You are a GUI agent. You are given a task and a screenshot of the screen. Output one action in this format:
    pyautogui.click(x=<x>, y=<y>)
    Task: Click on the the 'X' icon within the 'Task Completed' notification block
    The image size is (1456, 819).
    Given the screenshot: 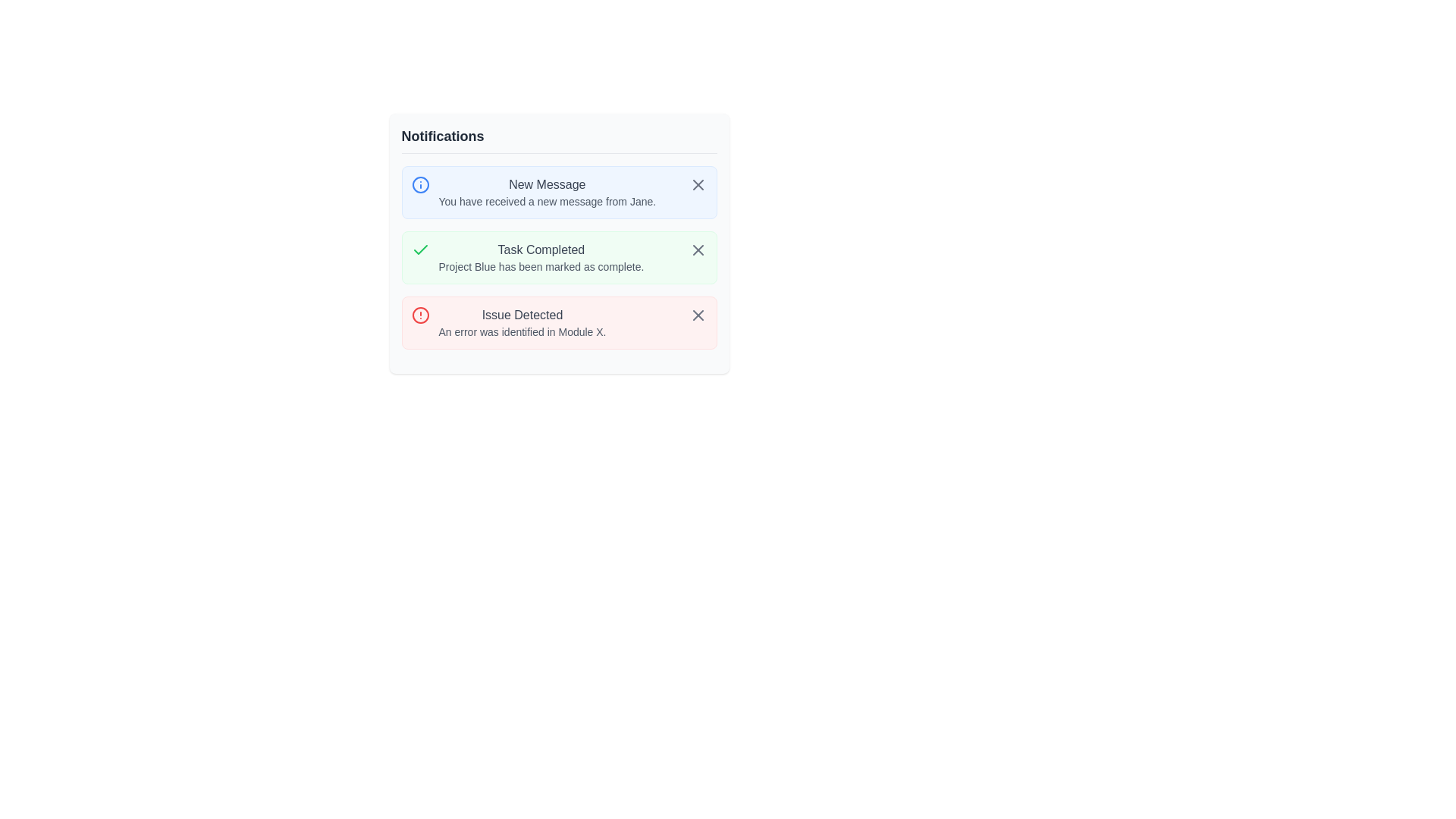 What is the action you would take?
    pyautogui.click(x=697, y=315)
    